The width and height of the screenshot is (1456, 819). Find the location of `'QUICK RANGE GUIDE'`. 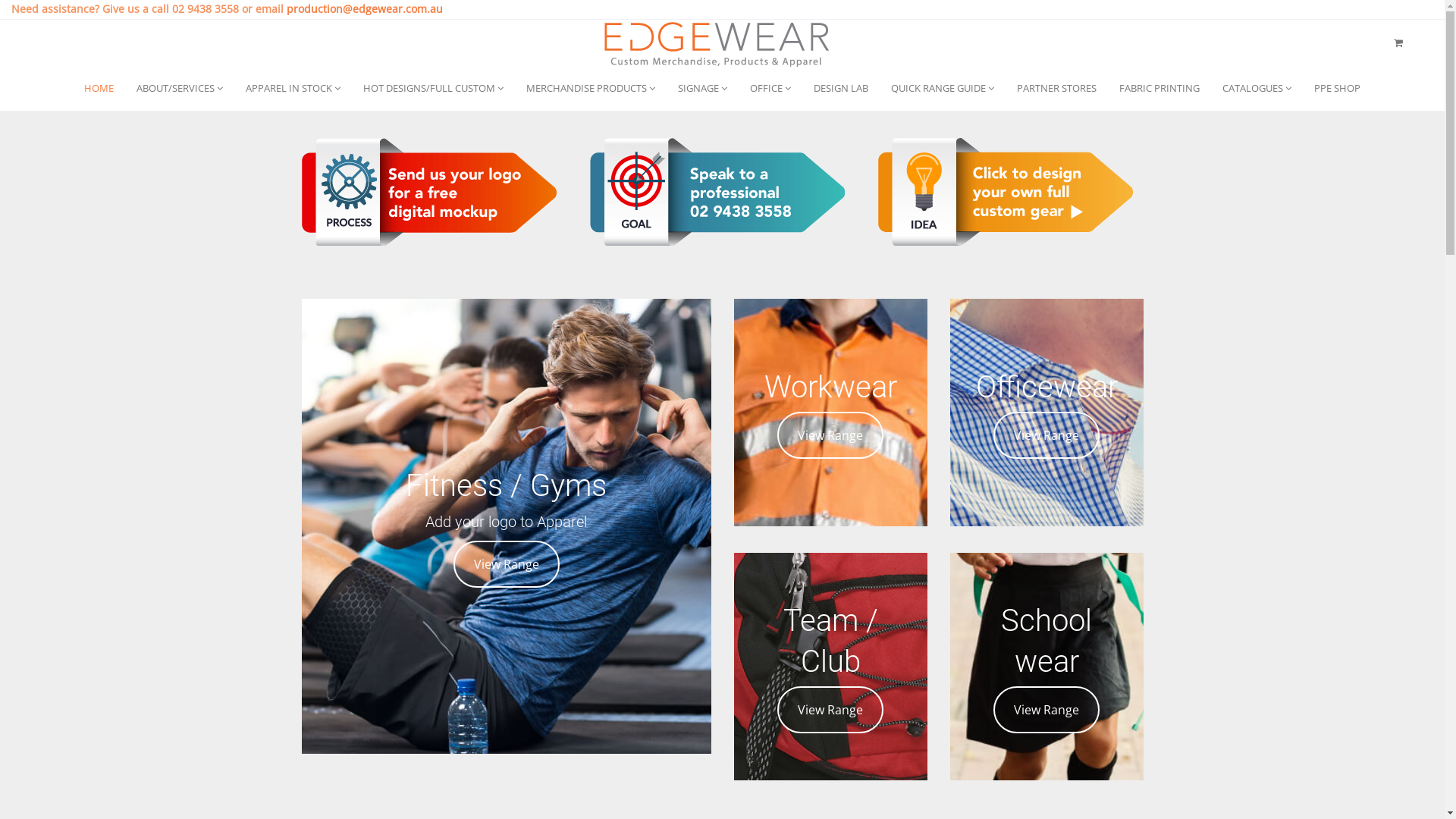

'QUICK RANGE GUIDE' is located at coordinates (942, 87).